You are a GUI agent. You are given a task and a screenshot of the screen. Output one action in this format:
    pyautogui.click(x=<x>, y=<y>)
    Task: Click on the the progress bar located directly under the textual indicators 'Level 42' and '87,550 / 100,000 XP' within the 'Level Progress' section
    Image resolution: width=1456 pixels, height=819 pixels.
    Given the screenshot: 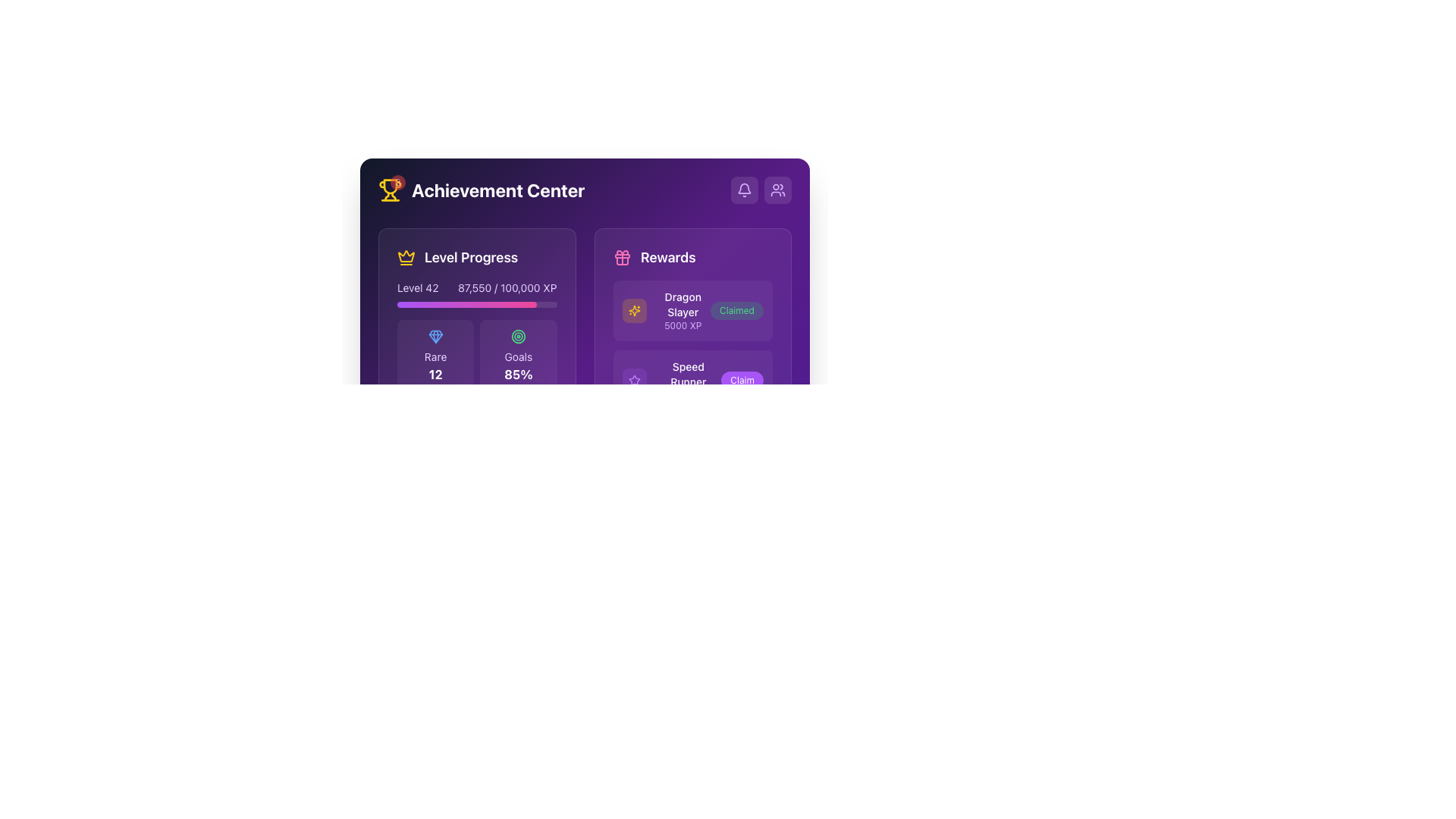 What is the action you would take?
    pyautogui.click(x=476, y=304)
    